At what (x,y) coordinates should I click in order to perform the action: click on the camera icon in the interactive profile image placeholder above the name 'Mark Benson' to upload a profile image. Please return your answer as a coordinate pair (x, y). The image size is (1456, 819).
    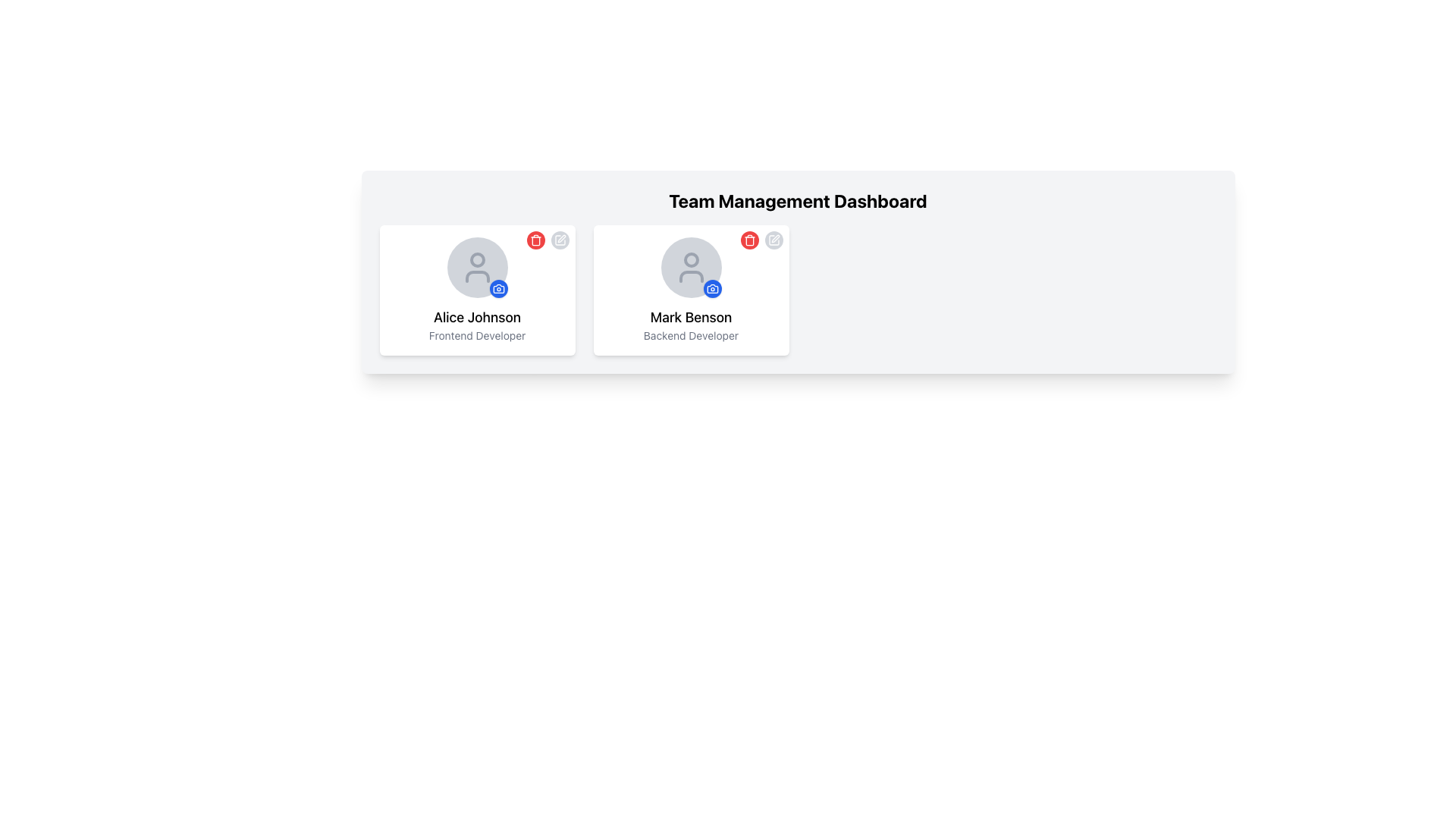
    Looking at the image, I should click on (690, 267).